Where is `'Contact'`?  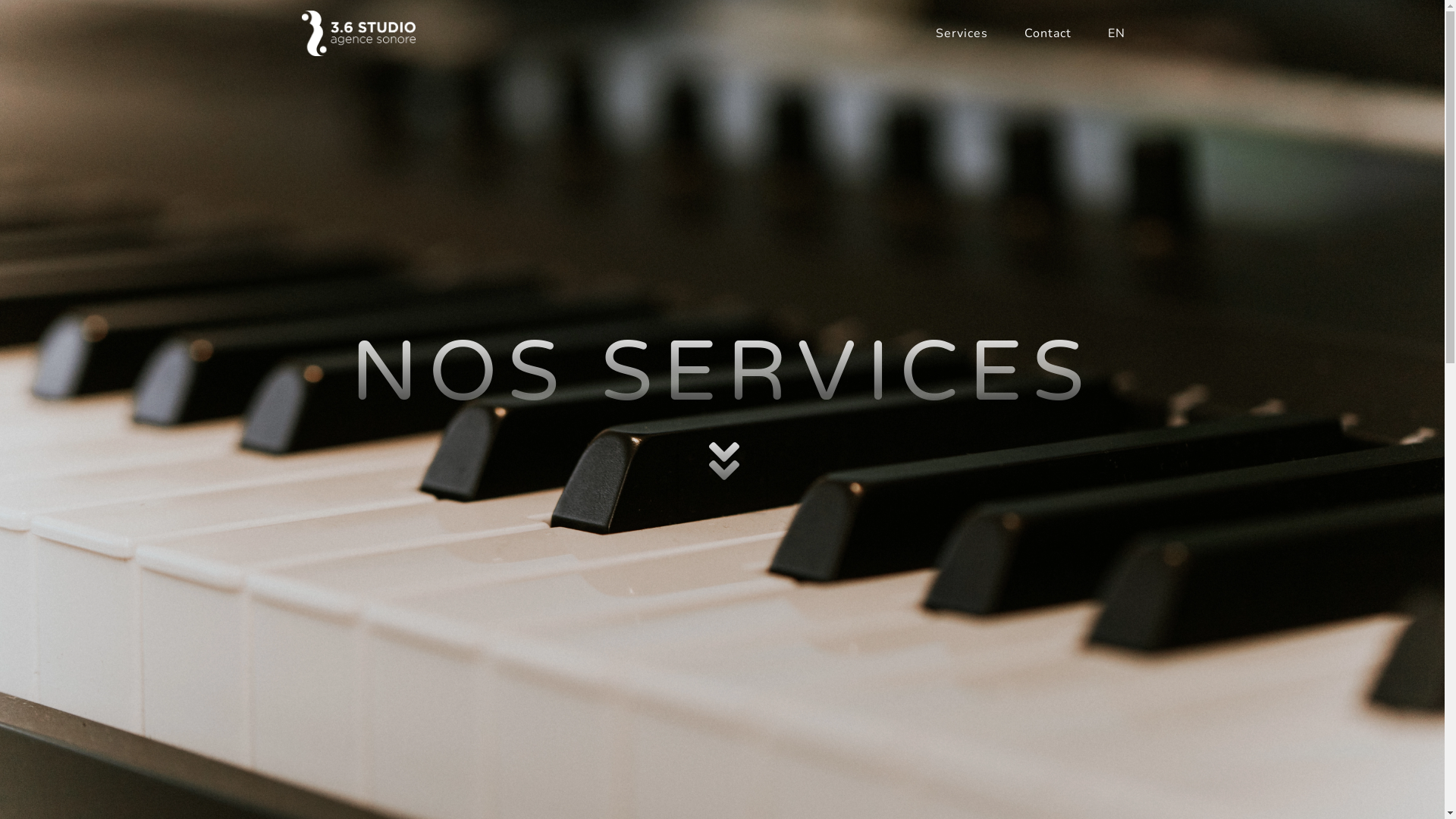 'Contact' is located at coordinates (1046, 33).